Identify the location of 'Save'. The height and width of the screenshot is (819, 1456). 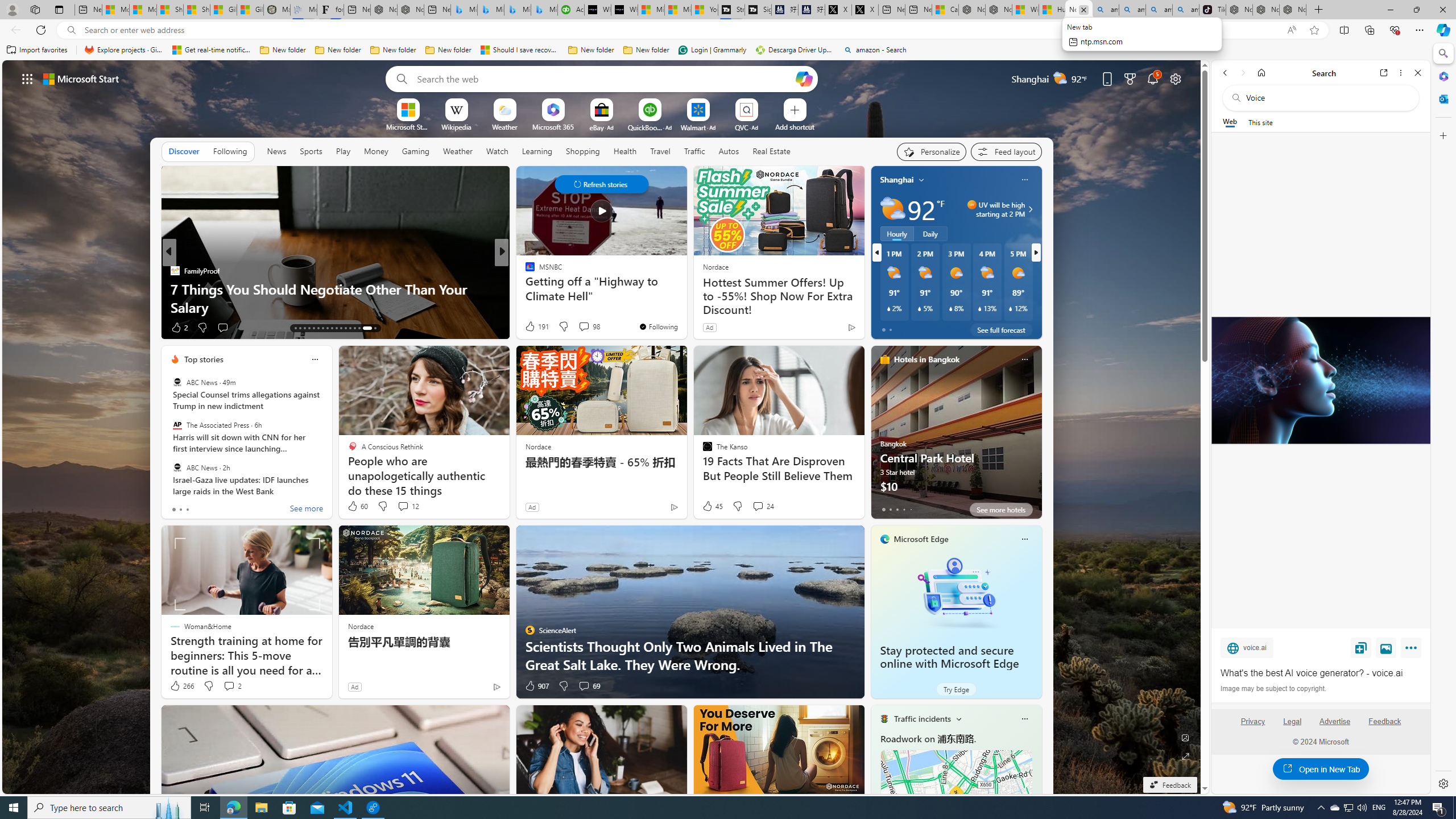
(1360, 647).